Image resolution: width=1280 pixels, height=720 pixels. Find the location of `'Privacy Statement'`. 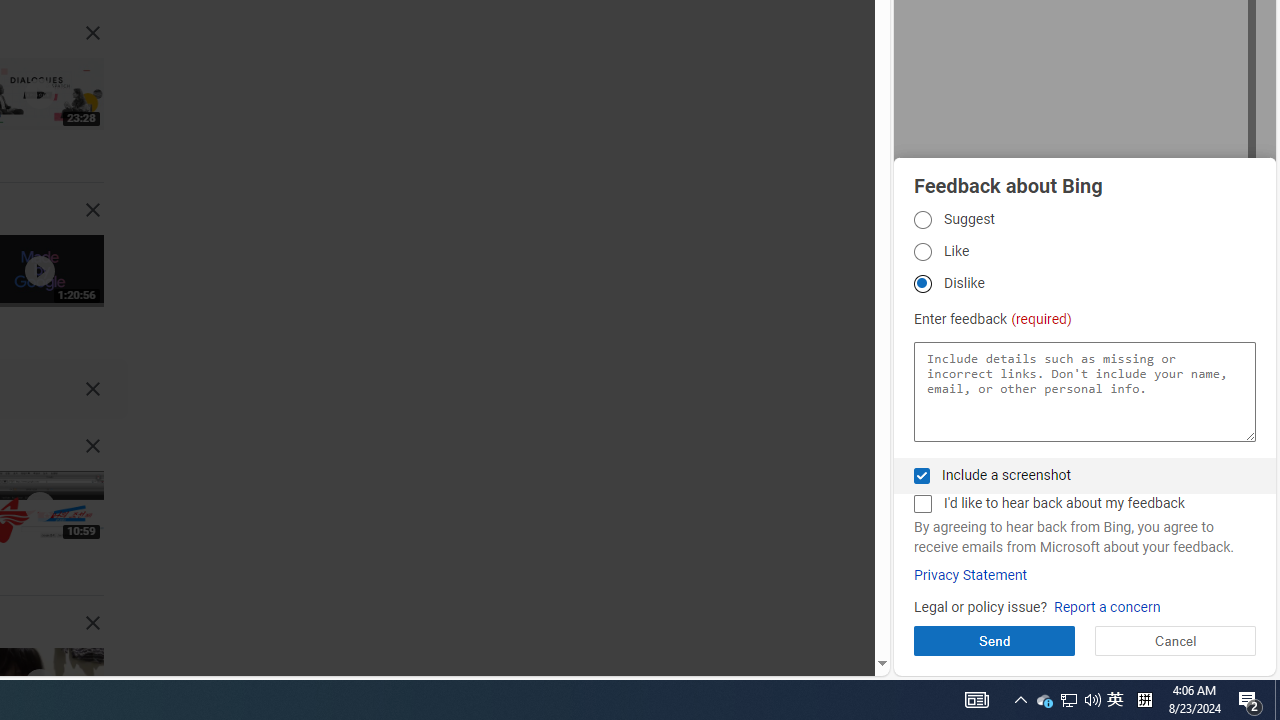

'Privacy Statement' is located at coordinates (970, 575).